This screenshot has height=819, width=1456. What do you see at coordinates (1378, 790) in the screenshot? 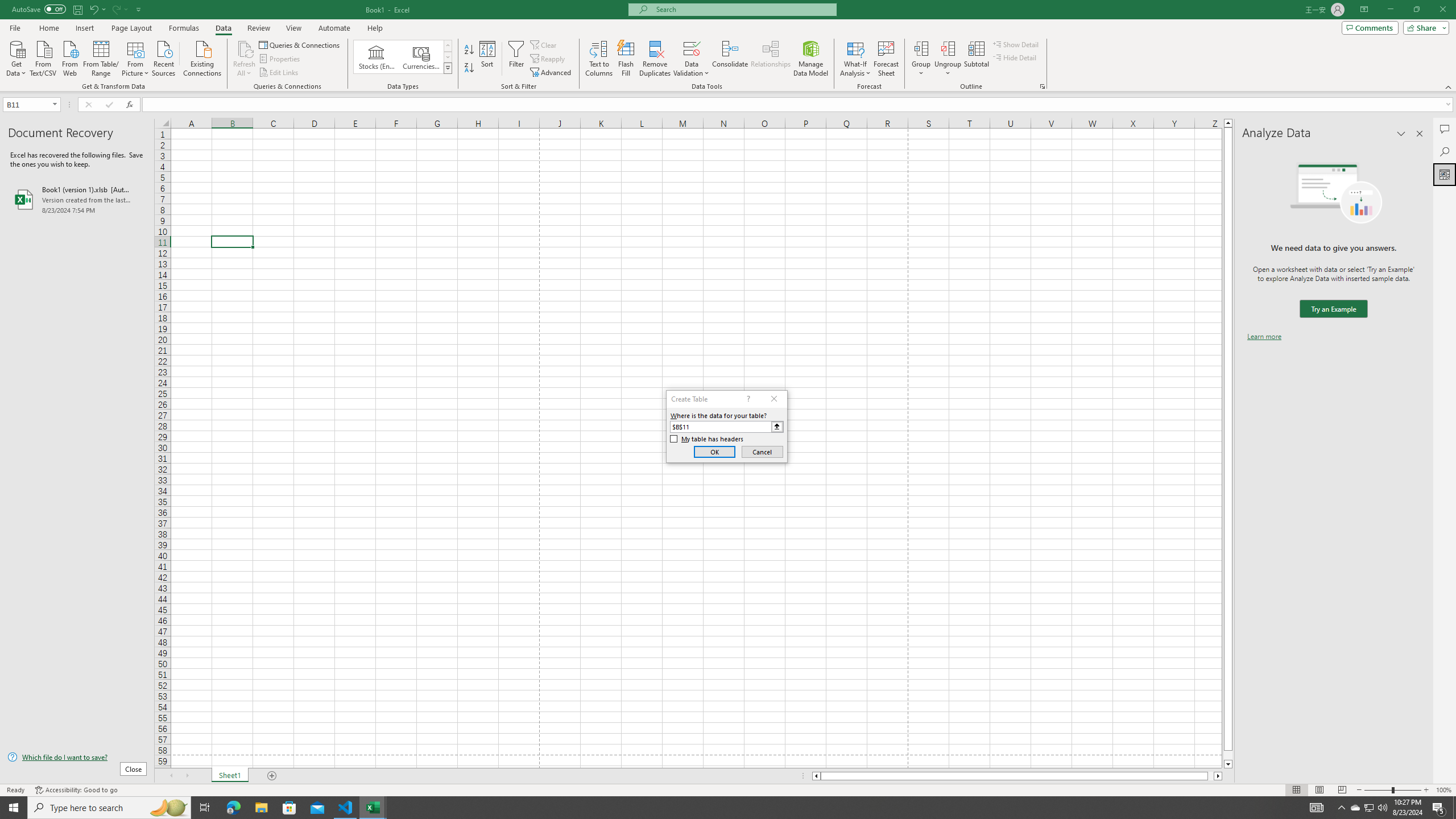
I see `'Zoom Out'` at bounding box center [1378, 790].